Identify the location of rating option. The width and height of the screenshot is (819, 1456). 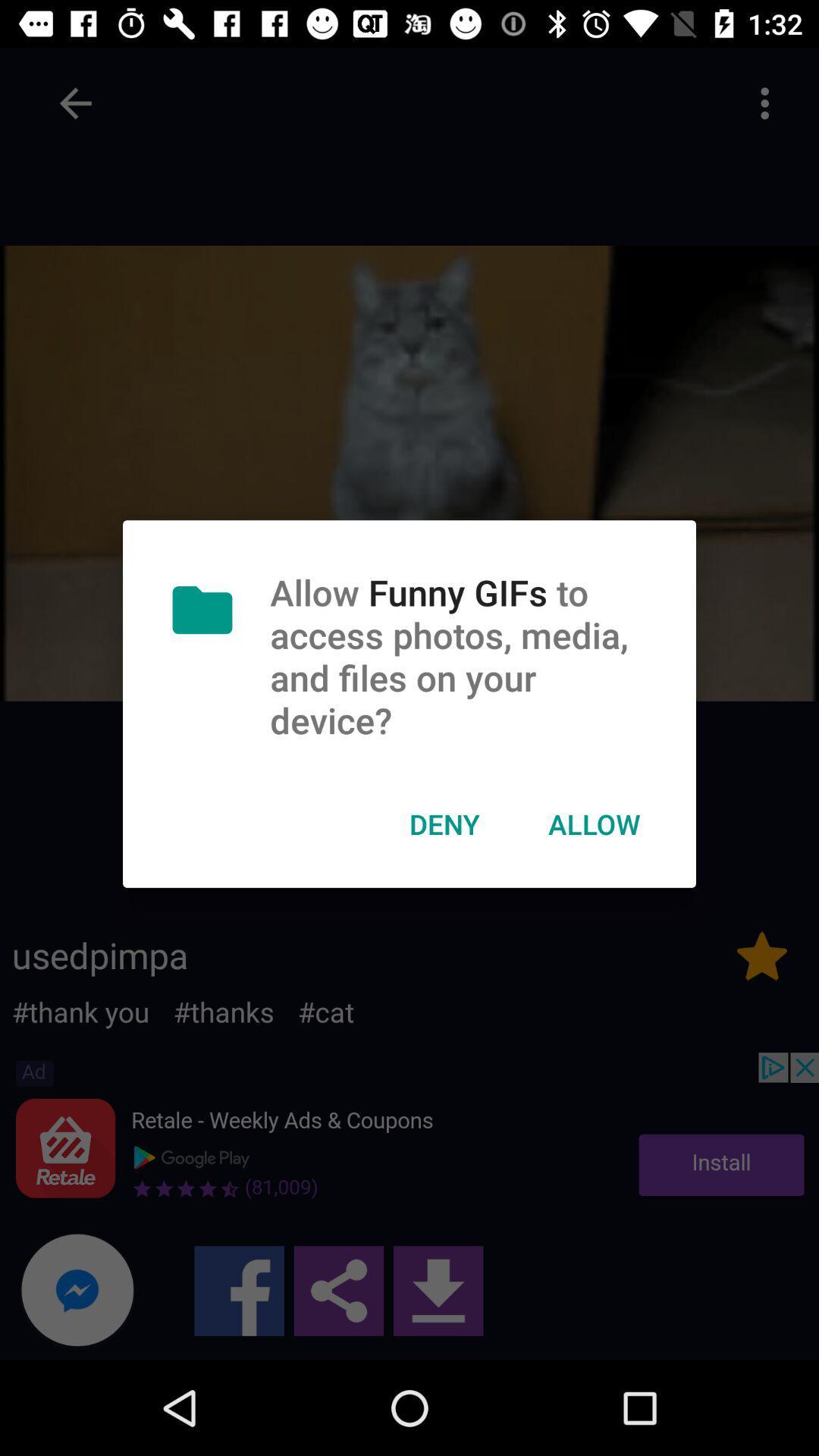
(762, 955).